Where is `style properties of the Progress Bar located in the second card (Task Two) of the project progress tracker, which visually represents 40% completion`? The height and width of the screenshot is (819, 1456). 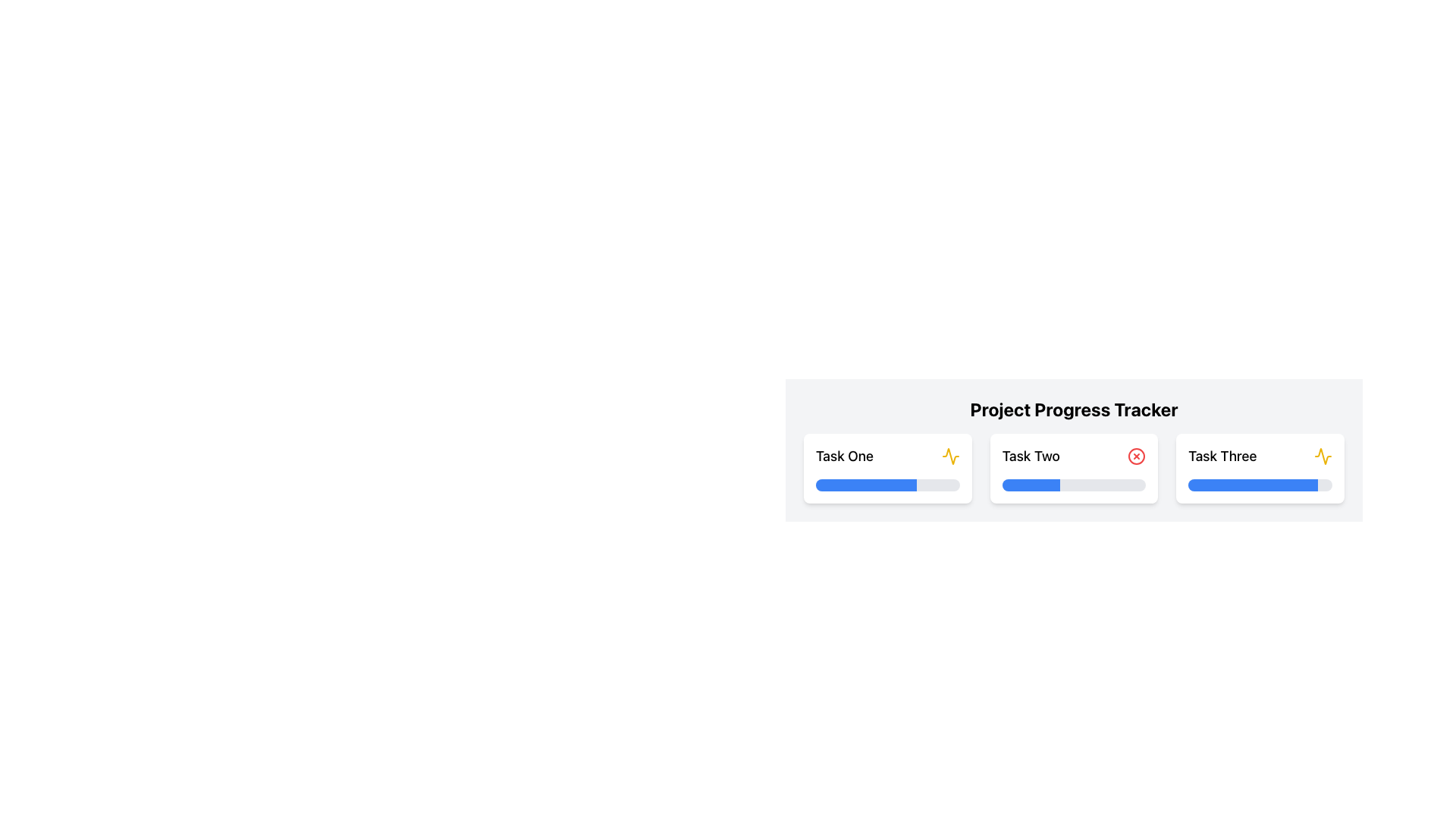 style properties of the Progress Bar located in the second card (Task Two) of the project progress tracker, which visually represents 40% completion is located at coordinates (1031, 485).